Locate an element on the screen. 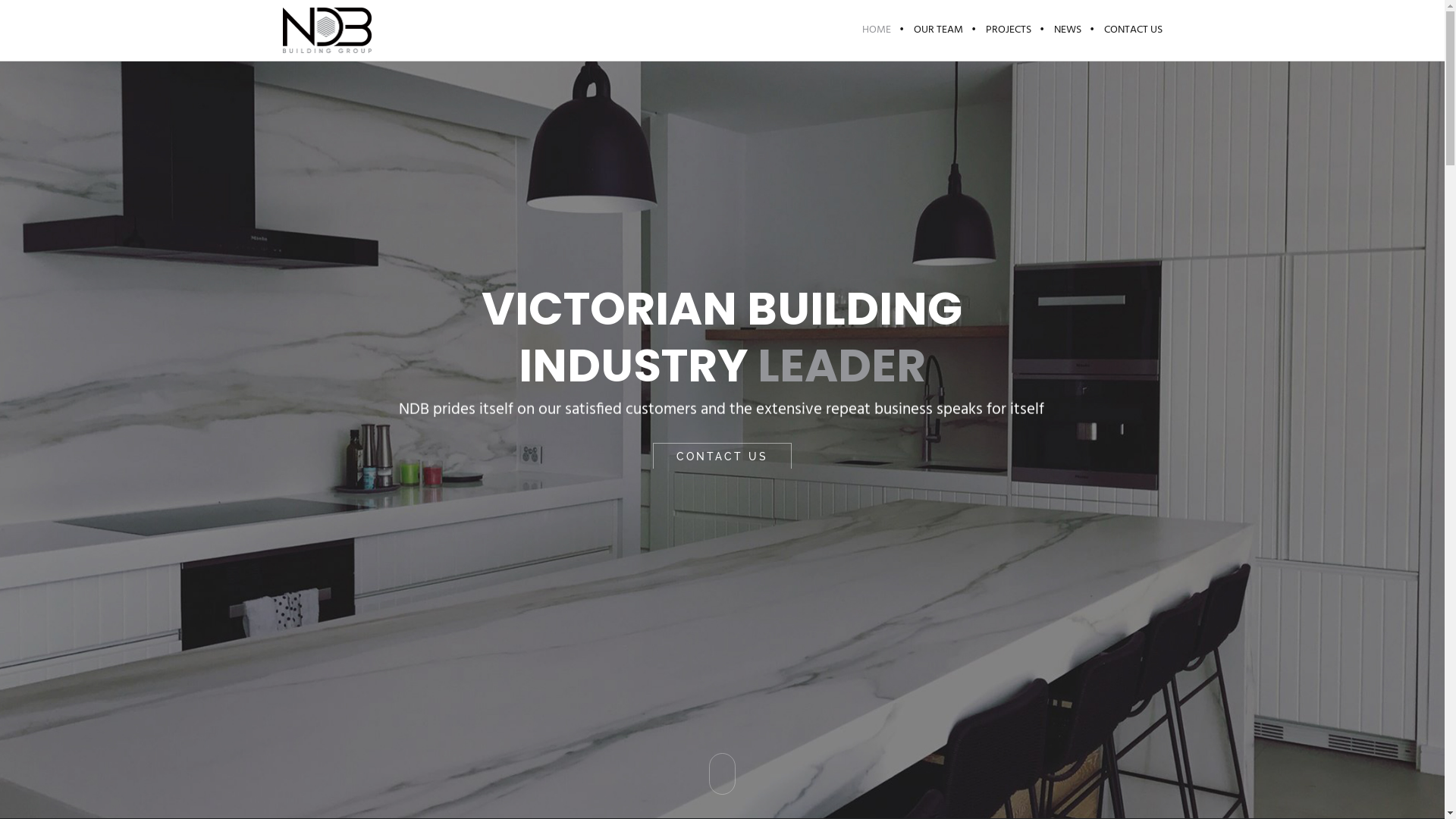 This screenshot has width=1456, height=819. 'CONTACT US' is located at coordinates (1127, 30).